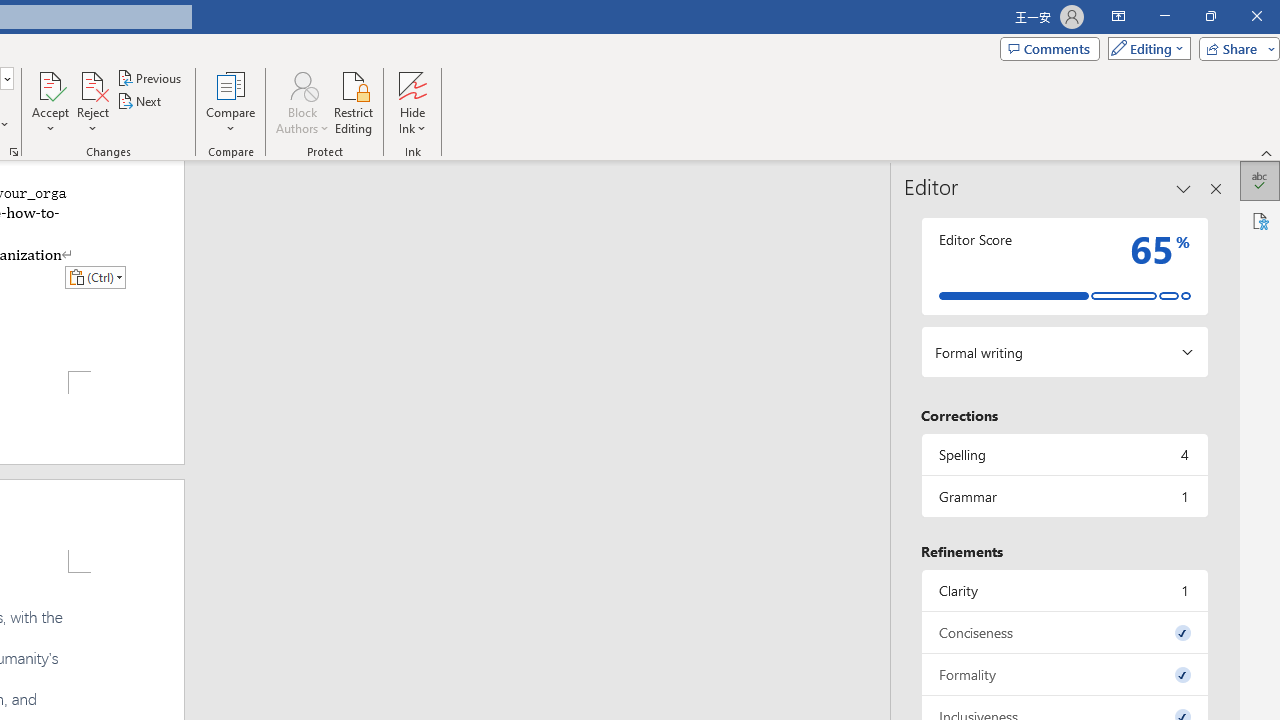 The height and width of the screenshot is (720, 1280). What do you see at coordinates (14, 150) in the screenshot?
I see `'Change Tracking Options...'` at bounding box center [14, 150].